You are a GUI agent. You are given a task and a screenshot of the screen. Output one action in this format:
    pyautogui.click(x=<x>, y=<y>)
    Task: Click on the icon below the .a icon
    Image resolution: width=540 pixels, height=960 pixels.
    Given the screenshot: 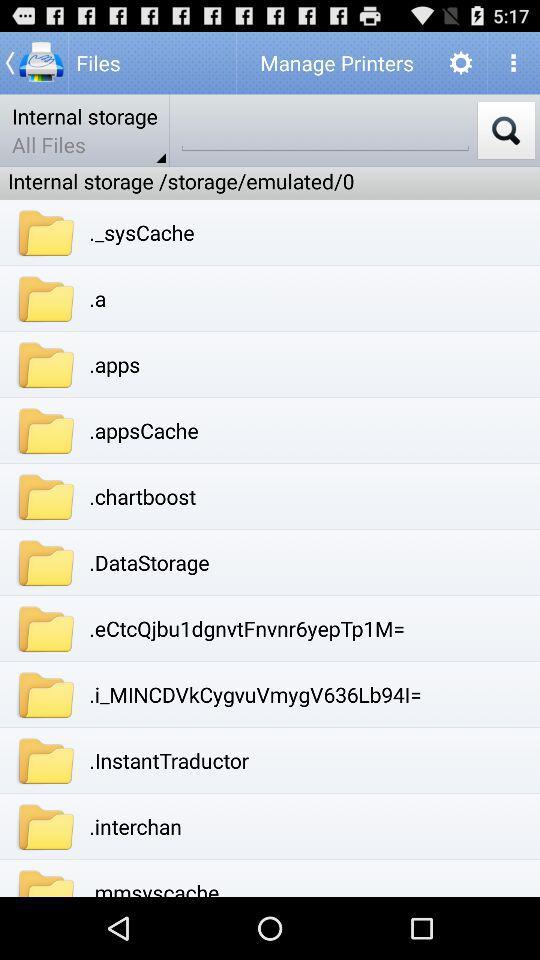 What is the action you would take?
    pyautogui.click(x=114, y=363)
    